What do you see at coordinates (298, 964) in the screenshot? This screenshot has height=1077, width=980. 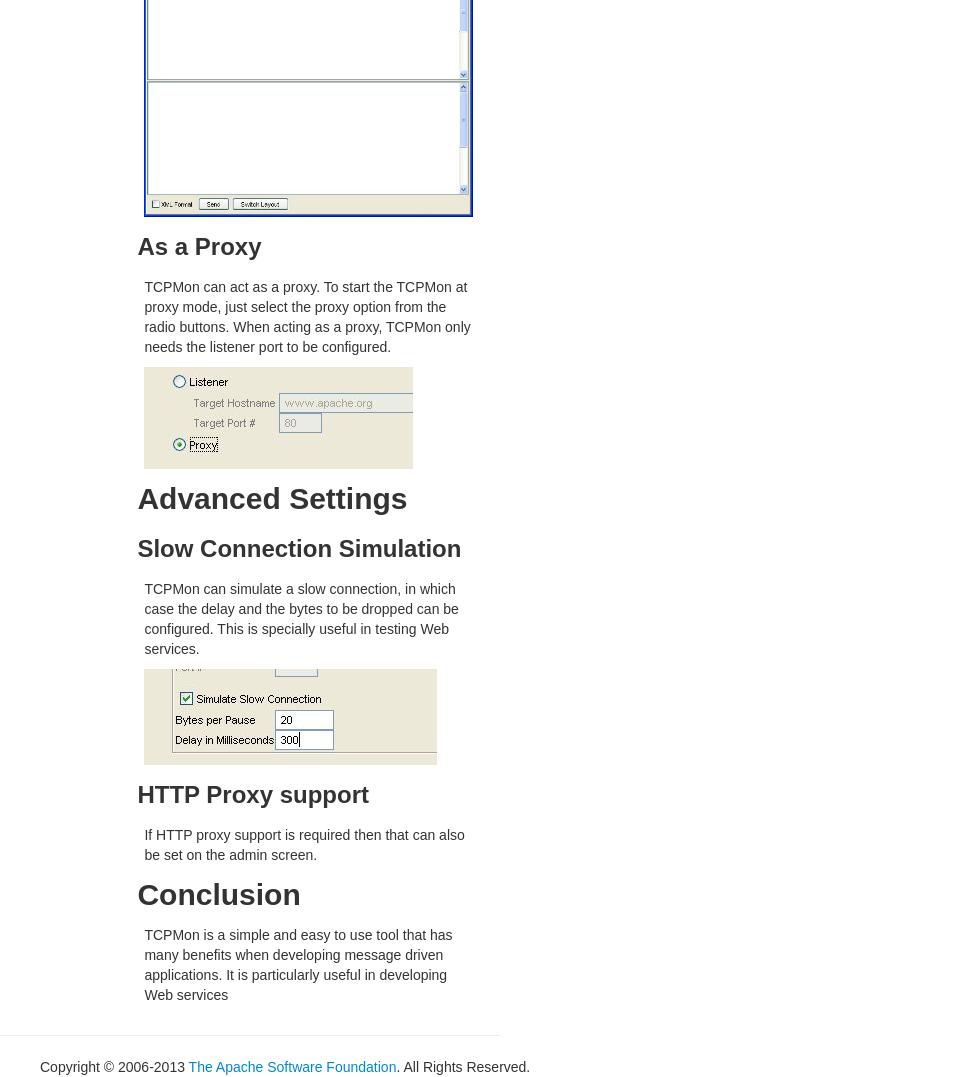 I see `'TCPMon is a simple and easy to use tool that has many benefits when
developing message driven applications. It is particularly useful in
developing Web services'` at bounding box center [298, 964].